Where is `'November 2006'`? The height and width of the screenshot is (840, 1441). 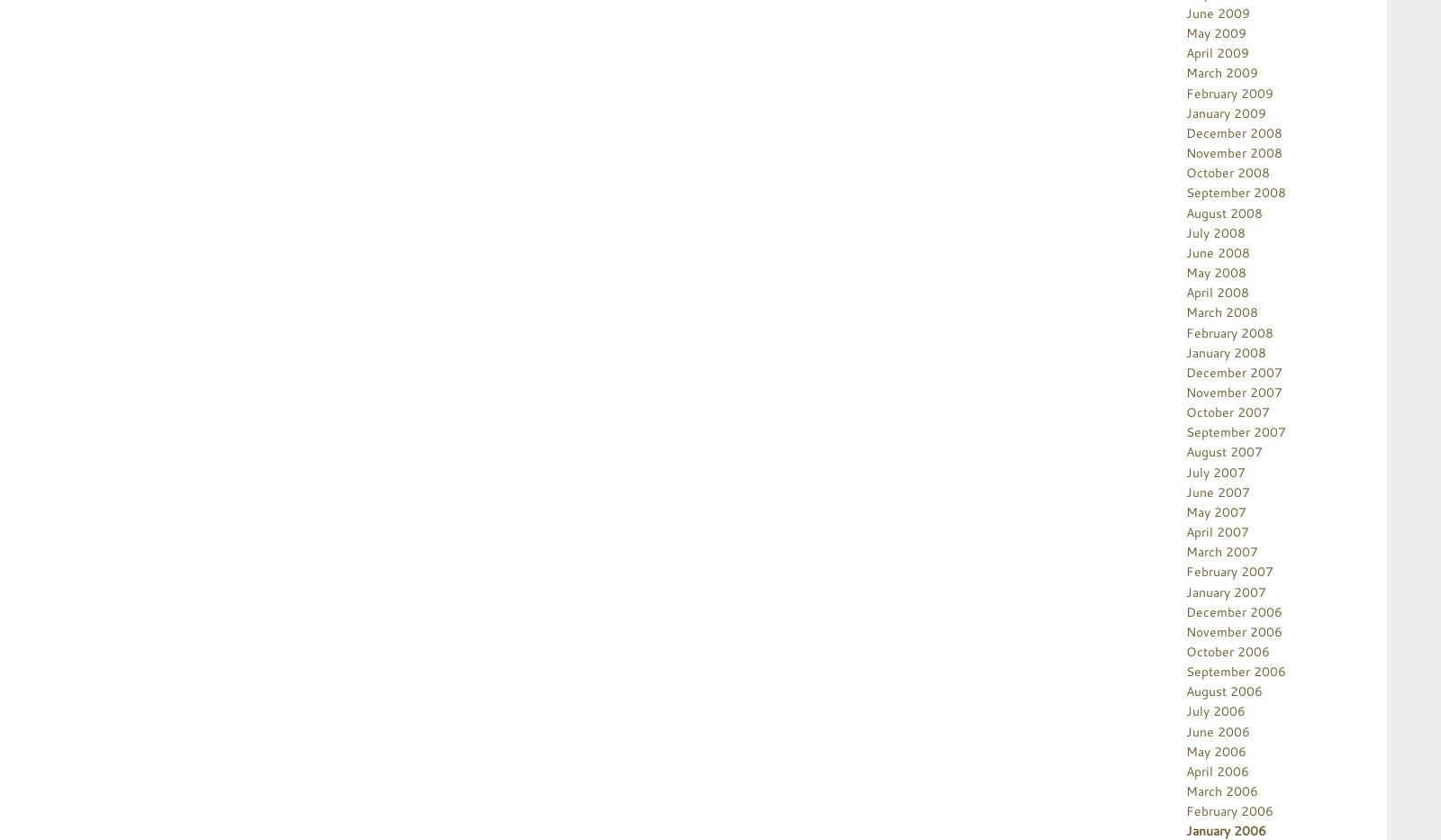
'November 2006' is located at coordinates (1184, 630).